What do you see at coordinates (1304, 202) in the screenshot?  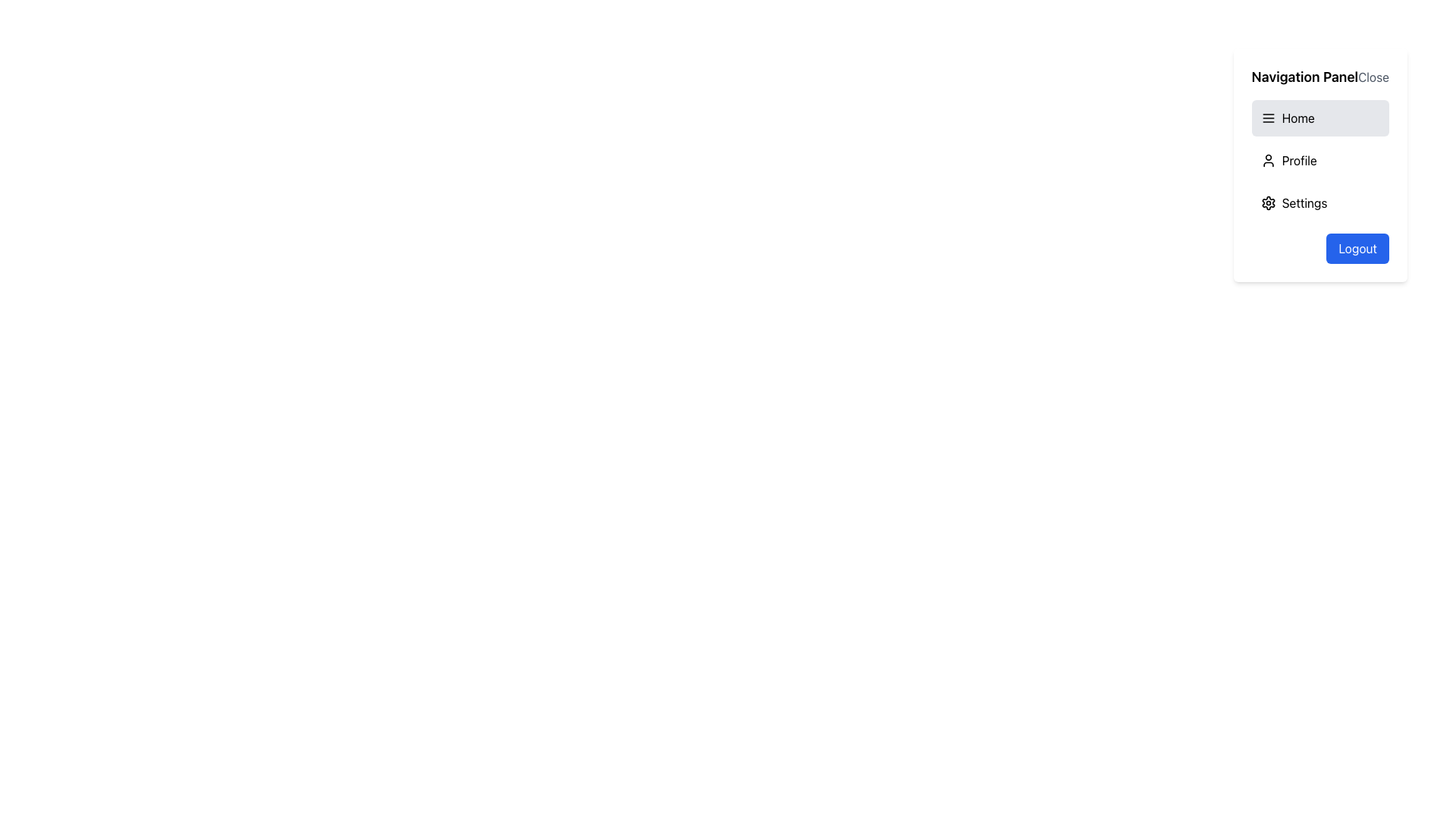 I see `the 'Settings' text label component, which is the third entry in the vertical menu list of the navigation panel, styled with black text and a clean font` at bounding box center [1304, 202].